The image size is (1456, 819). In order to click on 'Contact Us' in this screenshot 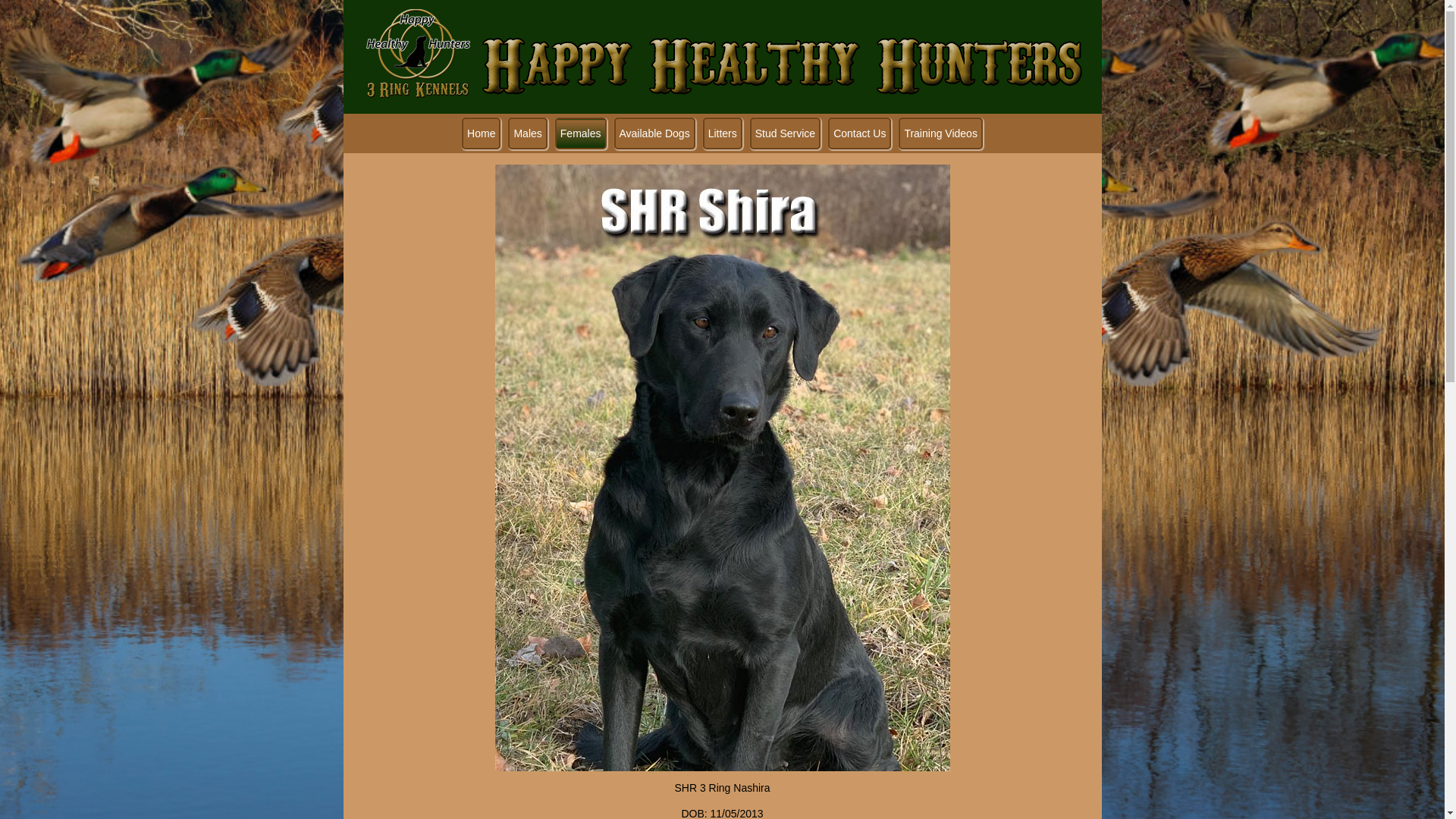, I will do `click(859, 133)`.